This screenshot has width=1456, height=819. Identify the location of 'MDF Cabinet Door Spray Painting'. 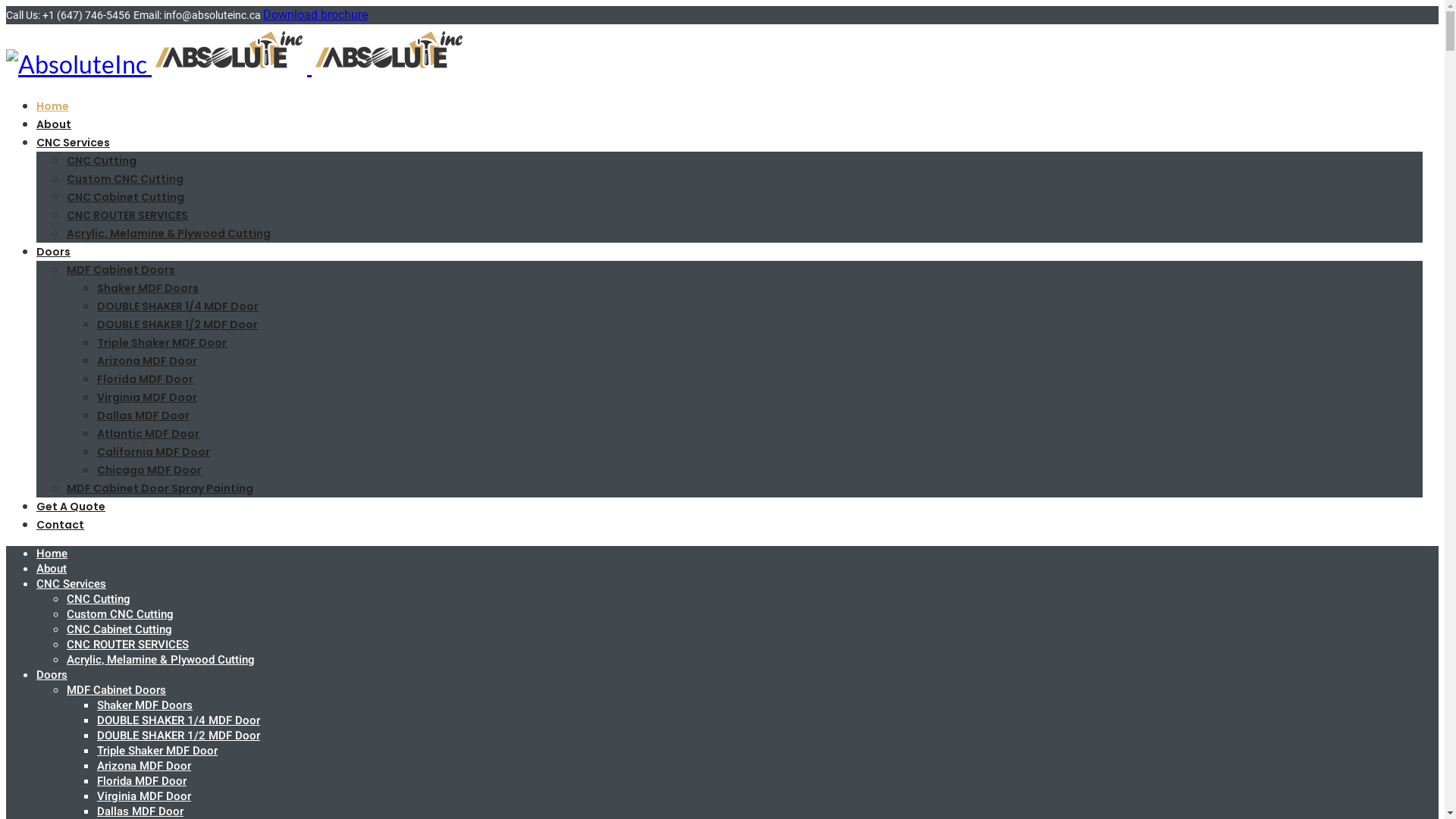
(160, 488).